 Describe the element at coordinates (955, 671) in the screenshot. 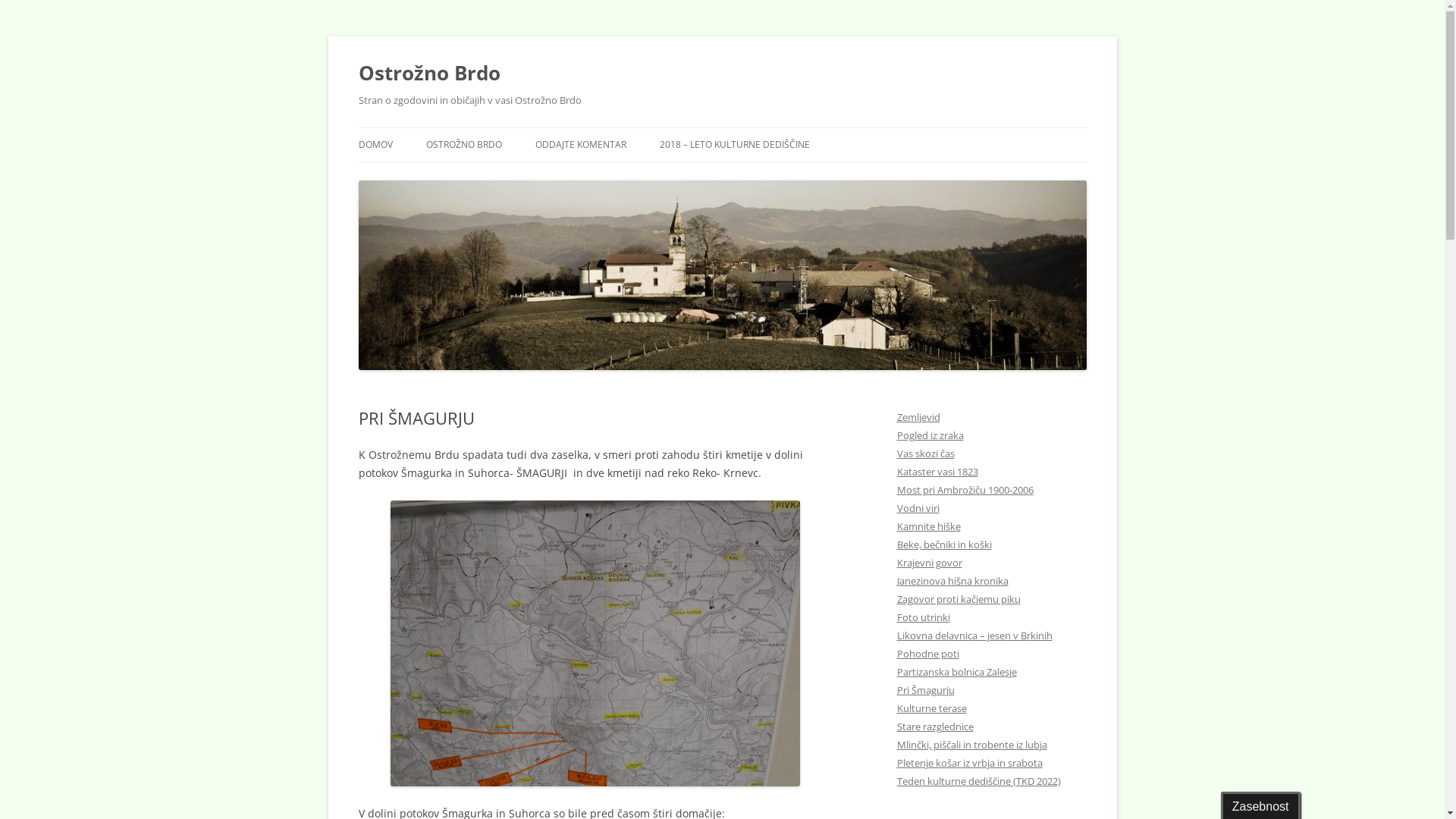

I see `'Partizanska bolnica Zalesje'` at that location.